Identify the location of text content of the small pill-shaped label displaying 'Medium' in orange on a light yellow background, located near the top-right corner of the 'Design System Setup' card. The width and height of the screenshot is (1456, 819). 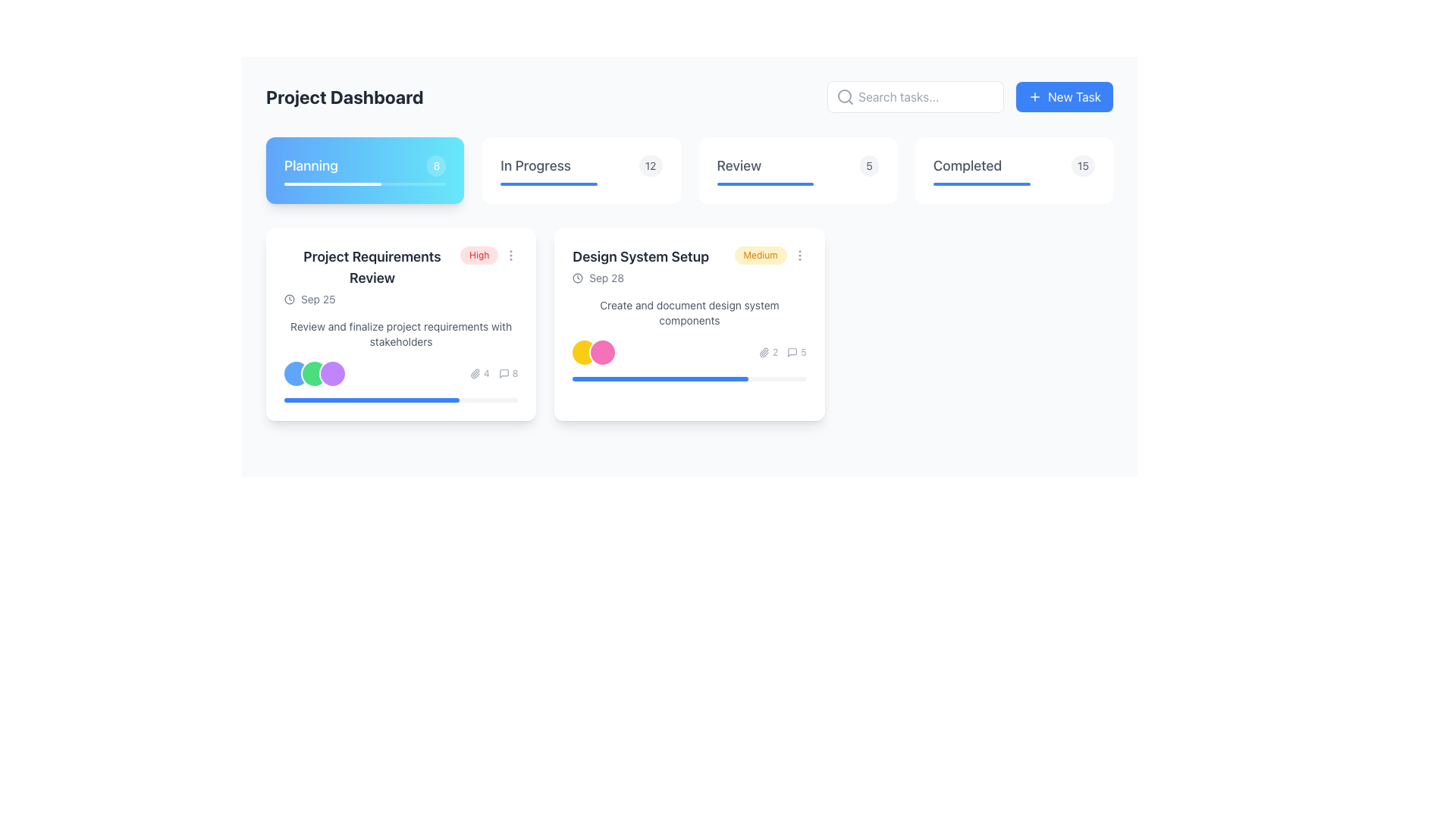
(770, 254).